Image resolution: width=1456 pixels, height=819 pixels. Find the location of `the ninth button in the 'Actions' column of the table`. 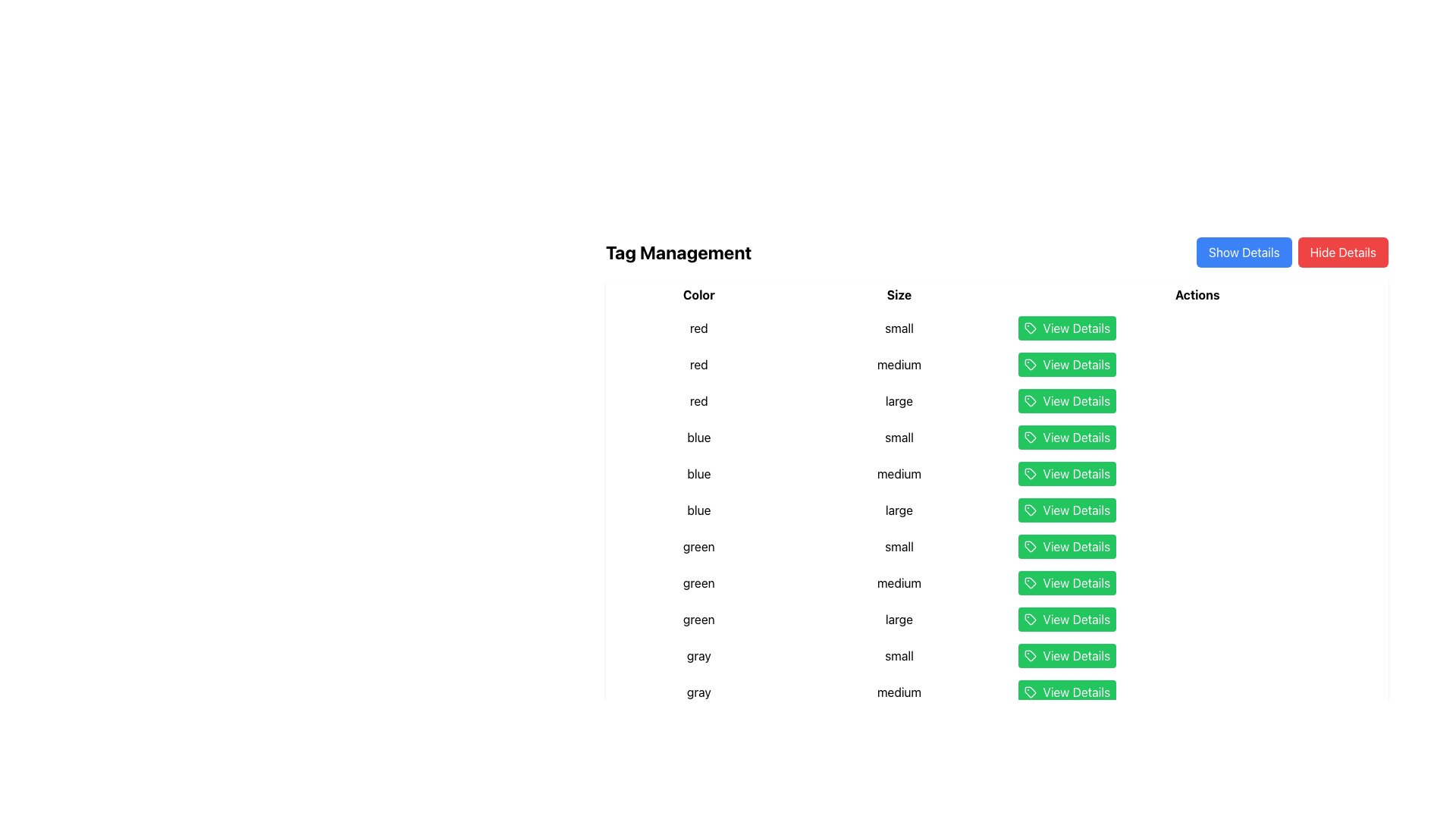

the ninth button in the 'Actions' column of the table is located at coordinates (1066, 654).